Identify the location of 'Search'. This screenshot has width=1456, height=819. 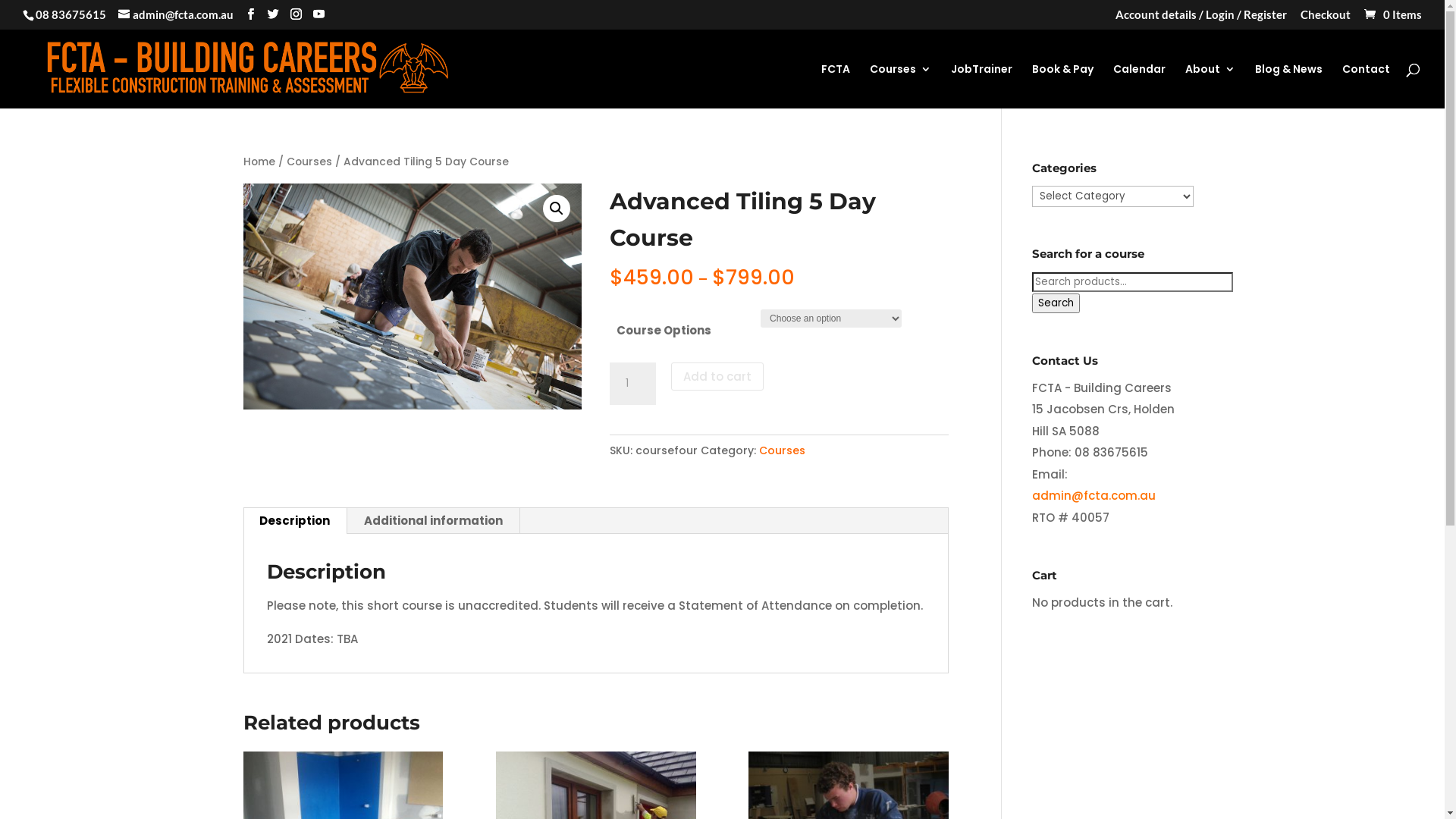
(1055, 303).